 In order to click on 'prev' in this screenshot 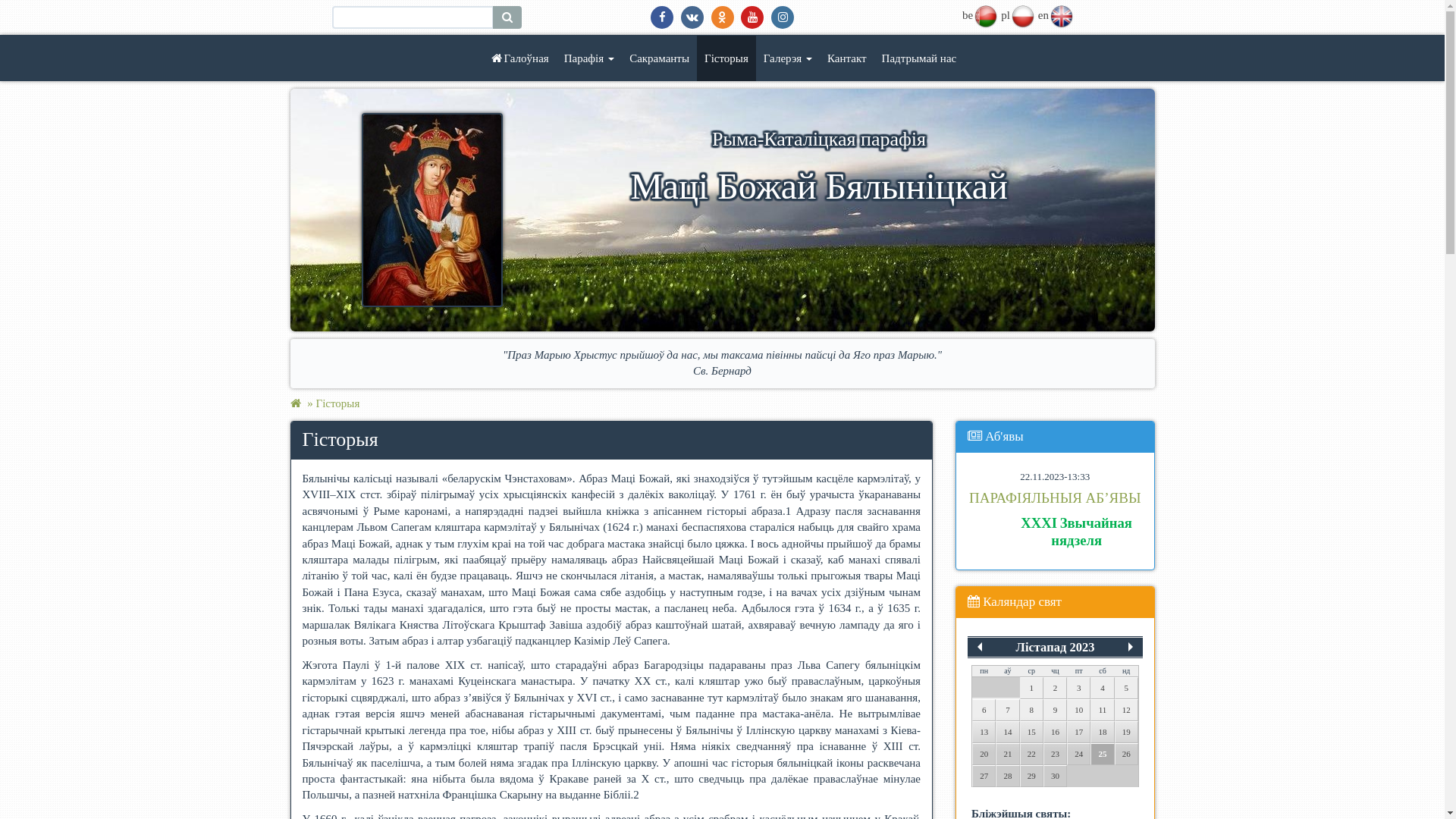, I will do `click(968, 646)`.